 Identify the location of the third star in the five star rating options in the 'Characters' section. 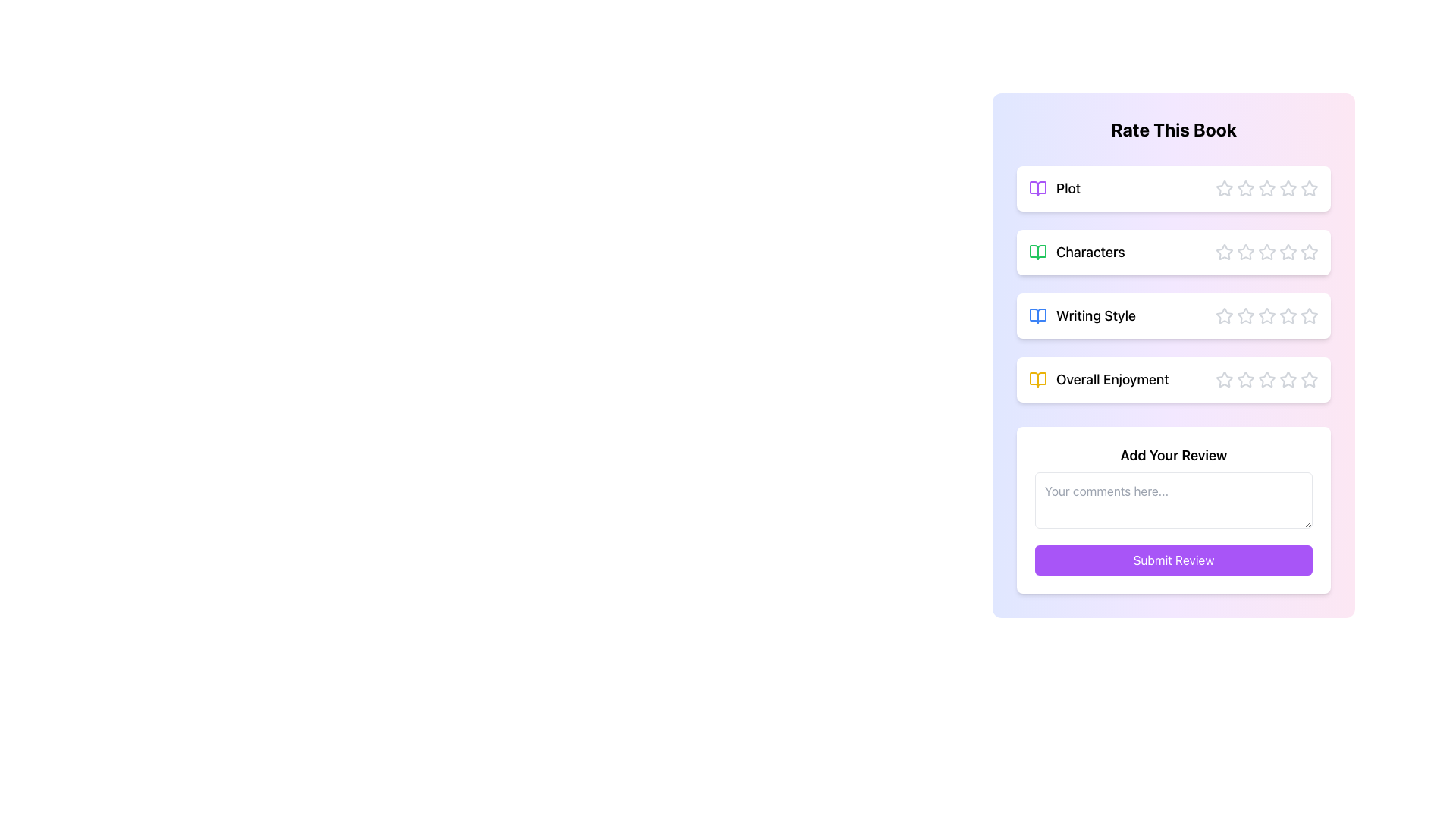
(1266, 251).